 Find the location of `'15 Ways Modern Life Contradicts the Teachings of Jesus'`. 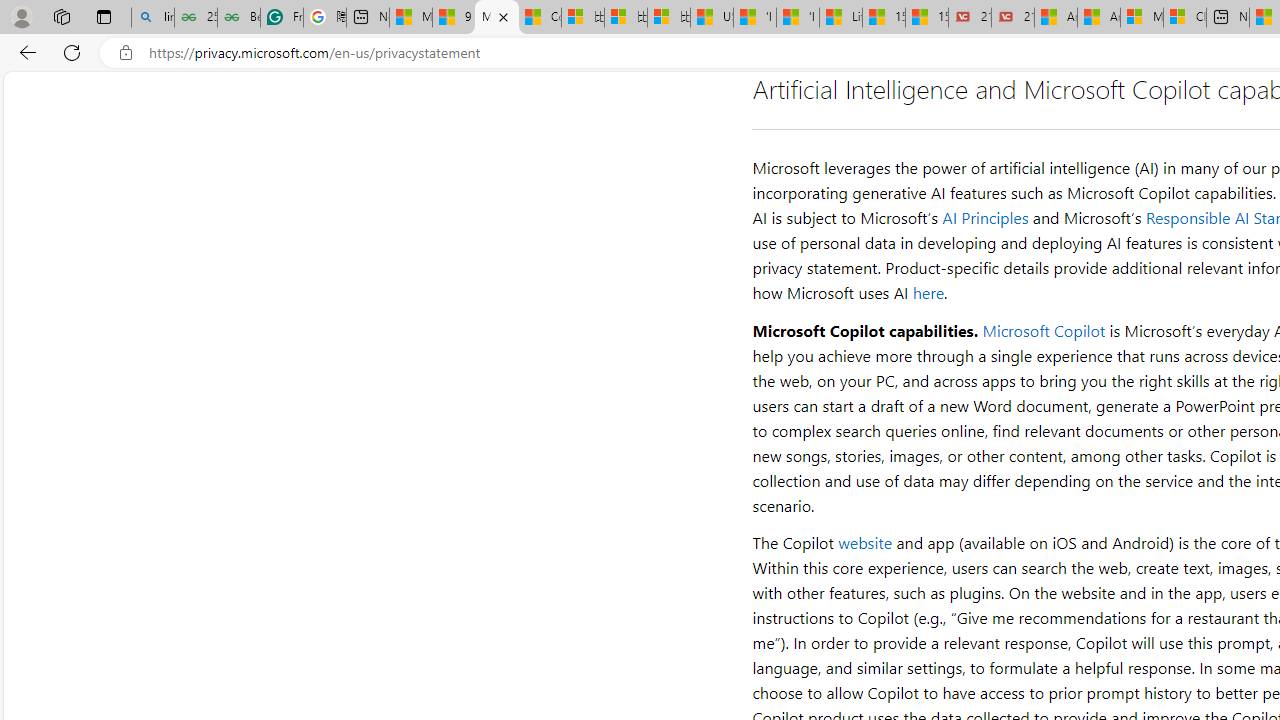

'15 Ways Modern Life Contradicts the Teachings of Jesus' is located at coordinates (926, 17).